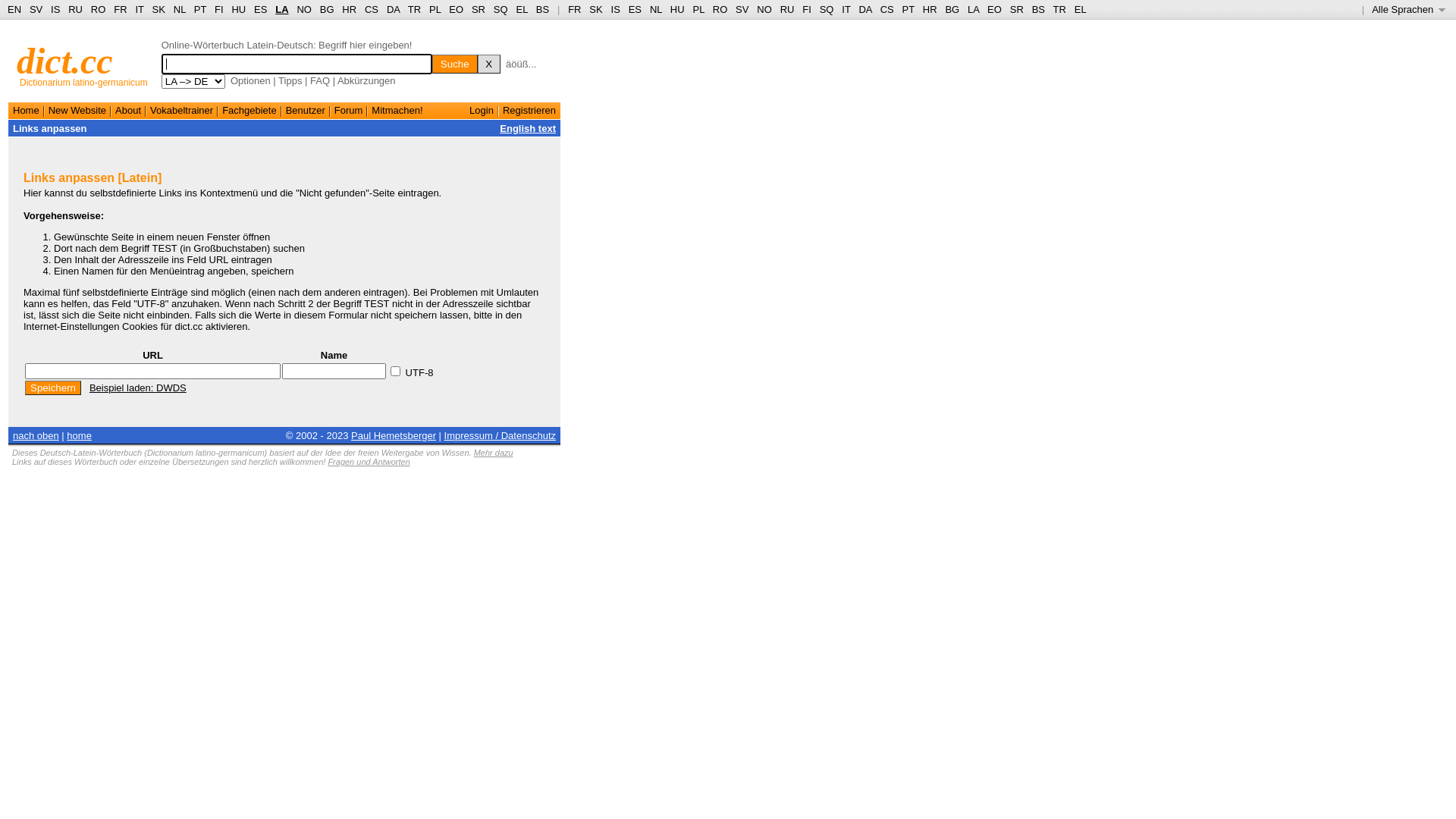  What do you see at coordinates (303, 9) in the screenshot?
I see `'NO'` at bounding box center [303, 9].